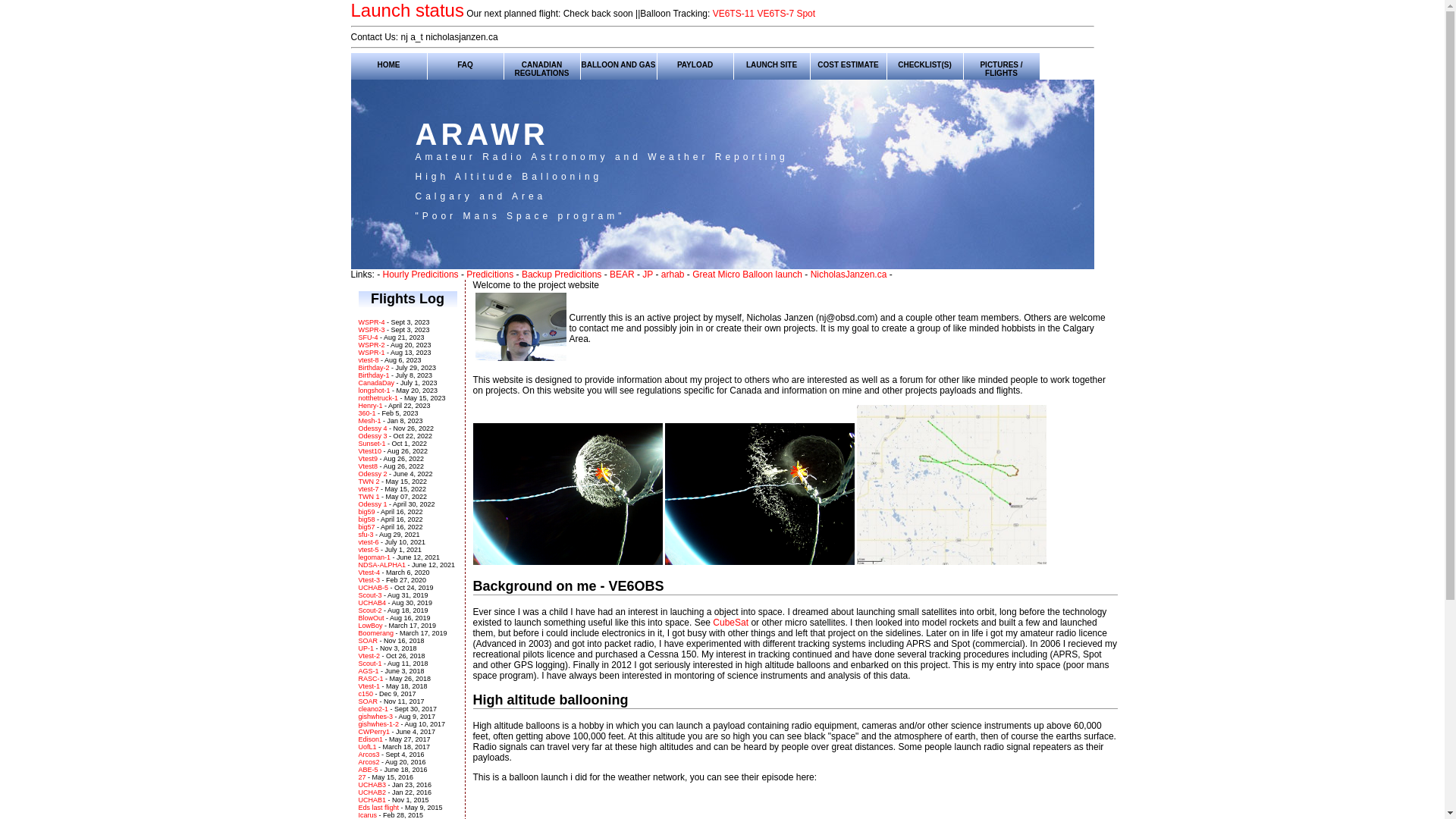 The image size is (1456, 819). Describe the element at coordinates (847, 63) in the screenshot. I see `'COST ESTIMATE'` at that location.